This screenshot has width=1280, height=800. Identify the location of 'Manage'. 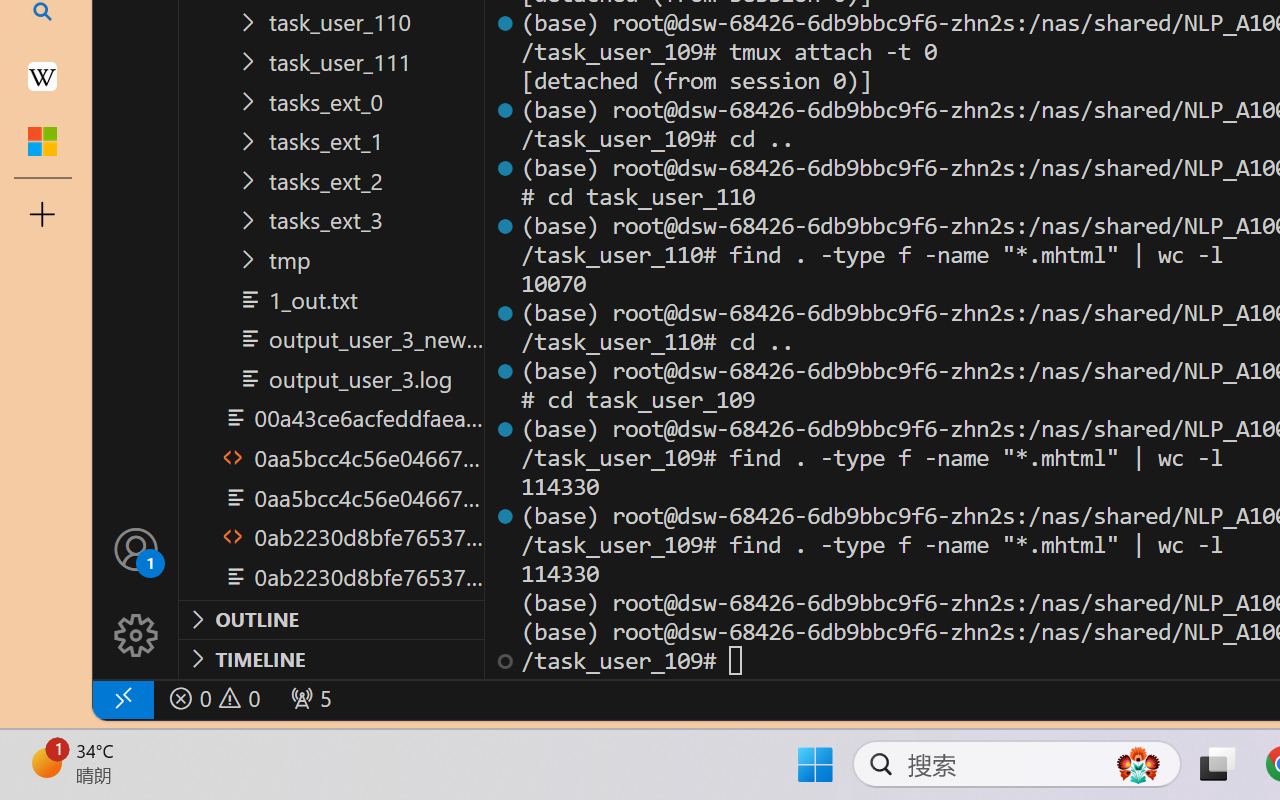
(134, 591).